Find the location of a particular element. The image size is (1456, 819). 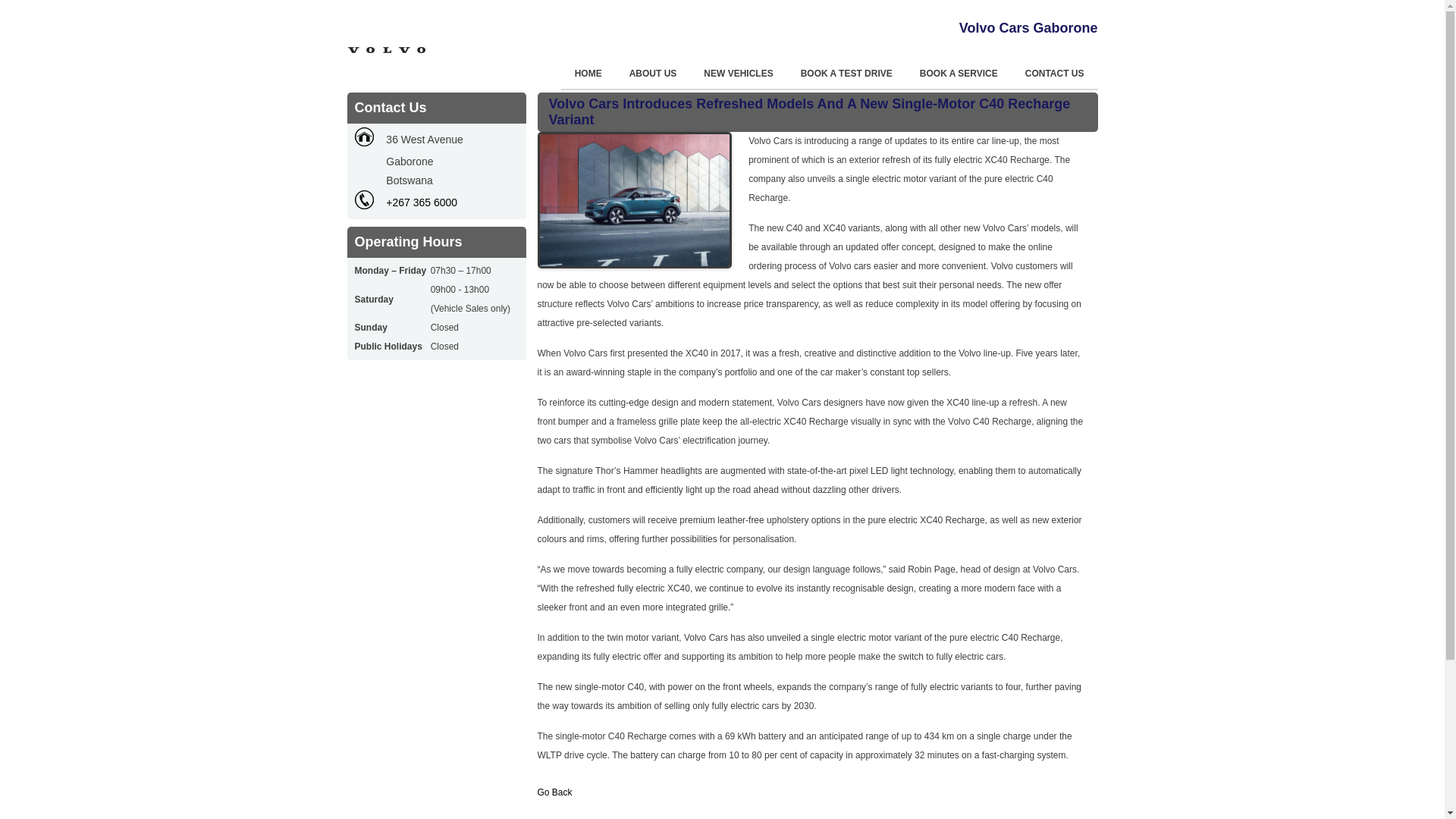

'BOOK A SERVICE' is located at coordinates (906, 74).